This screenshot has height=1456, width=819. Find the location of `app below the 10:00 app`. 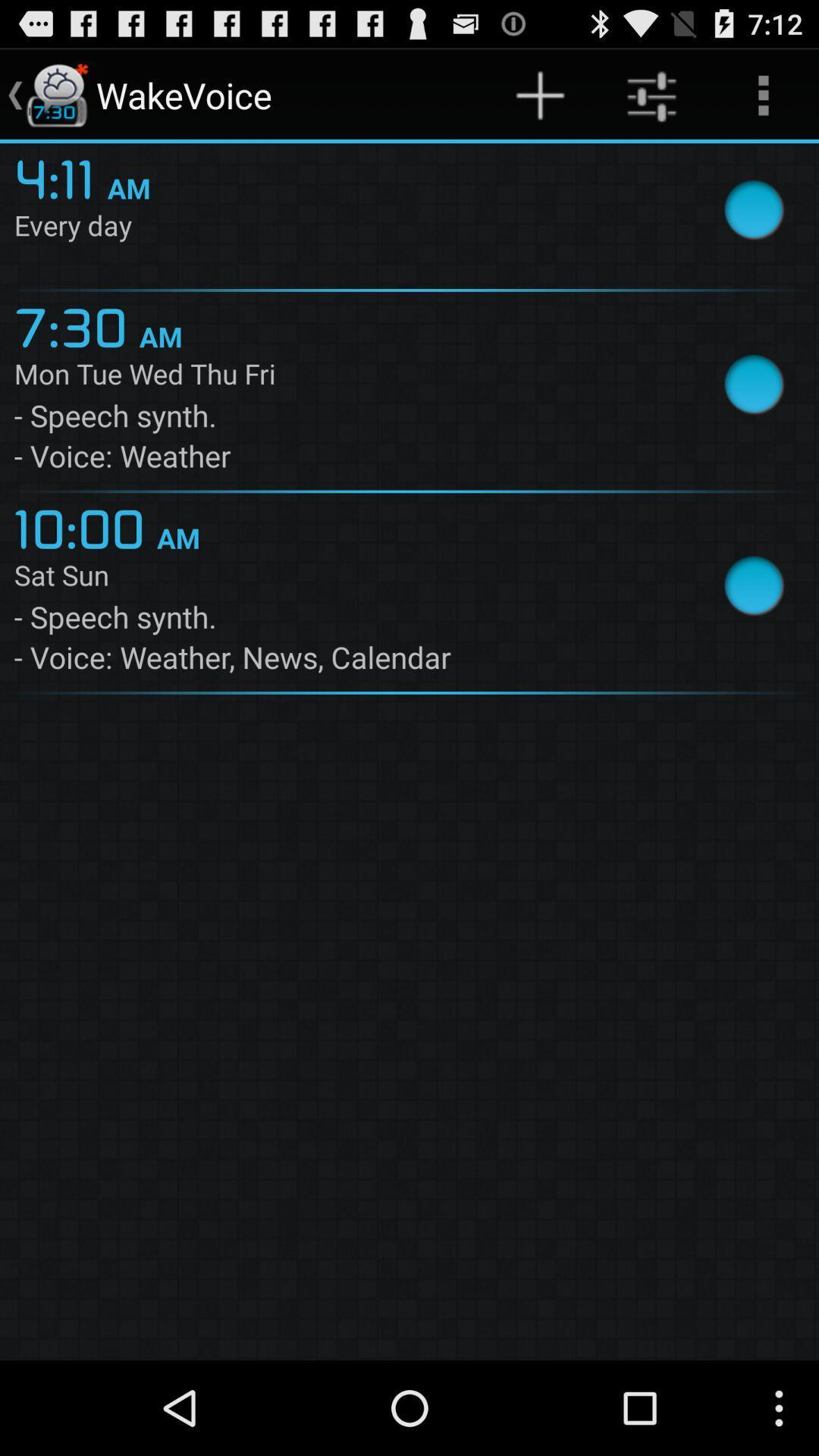

app below the 10:00 app is located at coordinates (344, 577).